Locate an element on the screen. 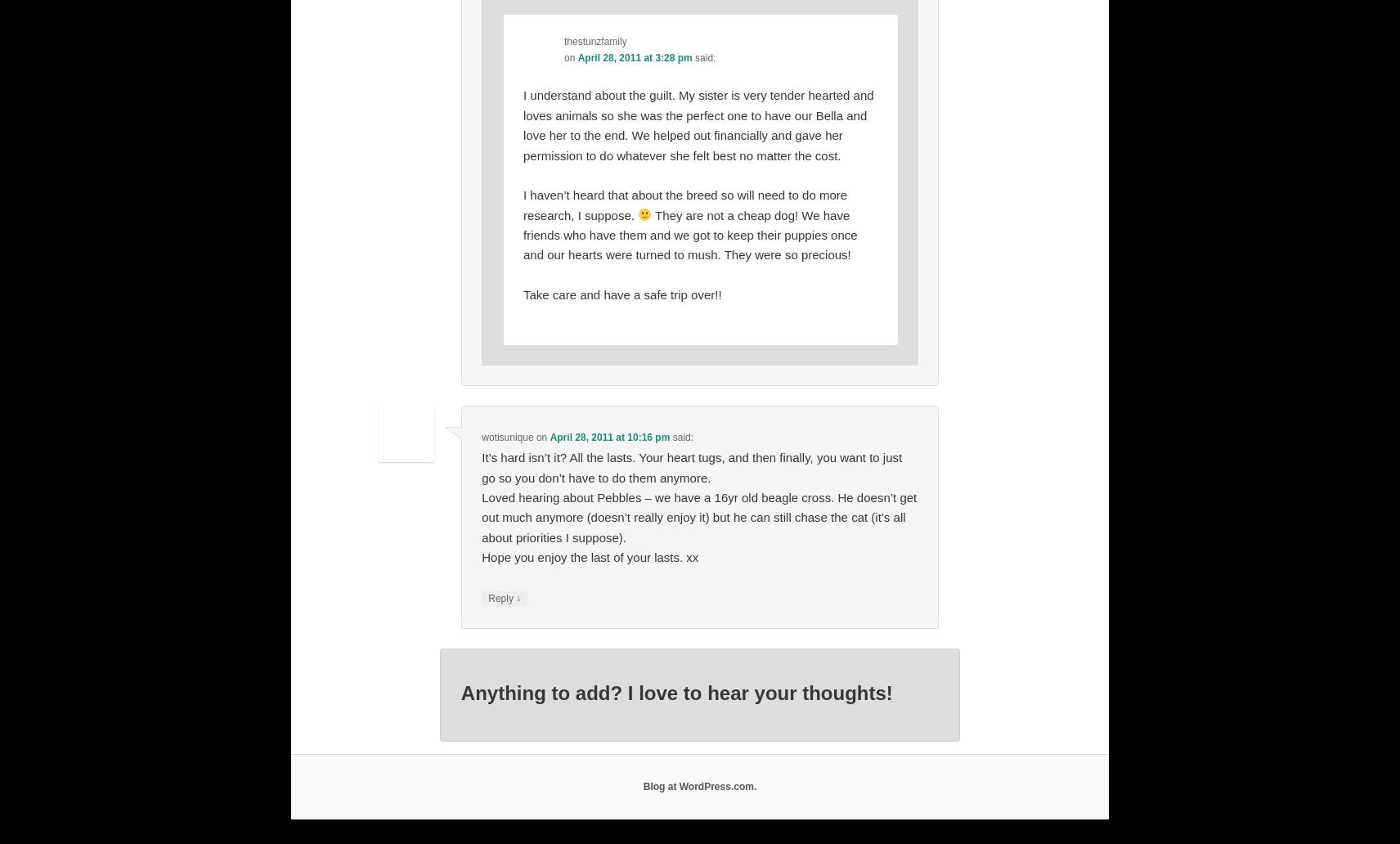 Image resolution: width=1400 pixels, height=844 pixels. 'They are not a cheap dog! We have friends who have them and we got to keep their puppies once and our hearts were turned to mush. They were so precious!' is located at coordinates (689, 234).